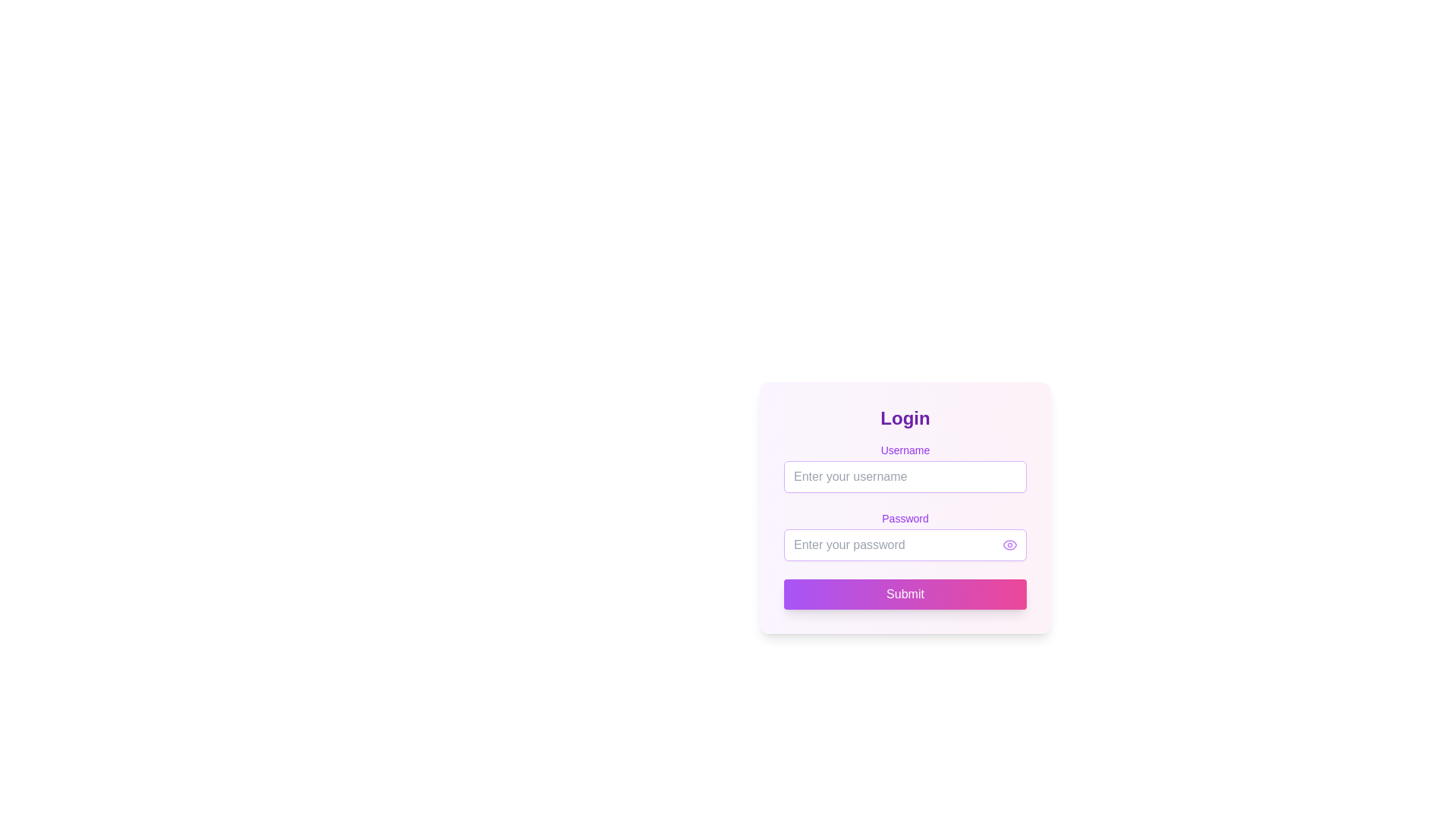  I want to click on the label element for the password input field, which is positioned above the password input and below the username input in the login form, so click(905, 517).